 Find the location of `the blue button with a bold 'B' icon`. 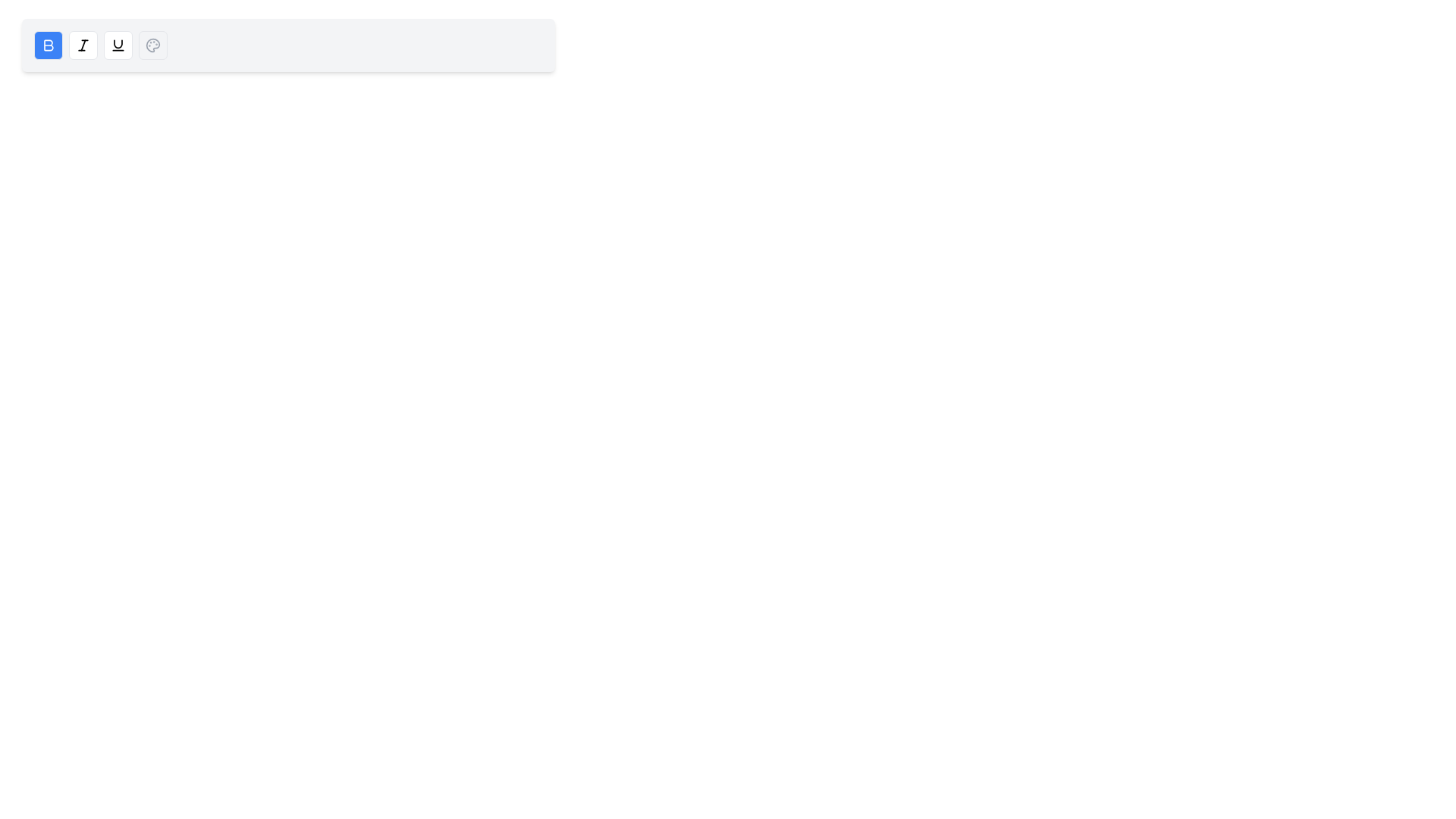

the blue button with a bold 'B' icon is located at coordinates (48, 45).